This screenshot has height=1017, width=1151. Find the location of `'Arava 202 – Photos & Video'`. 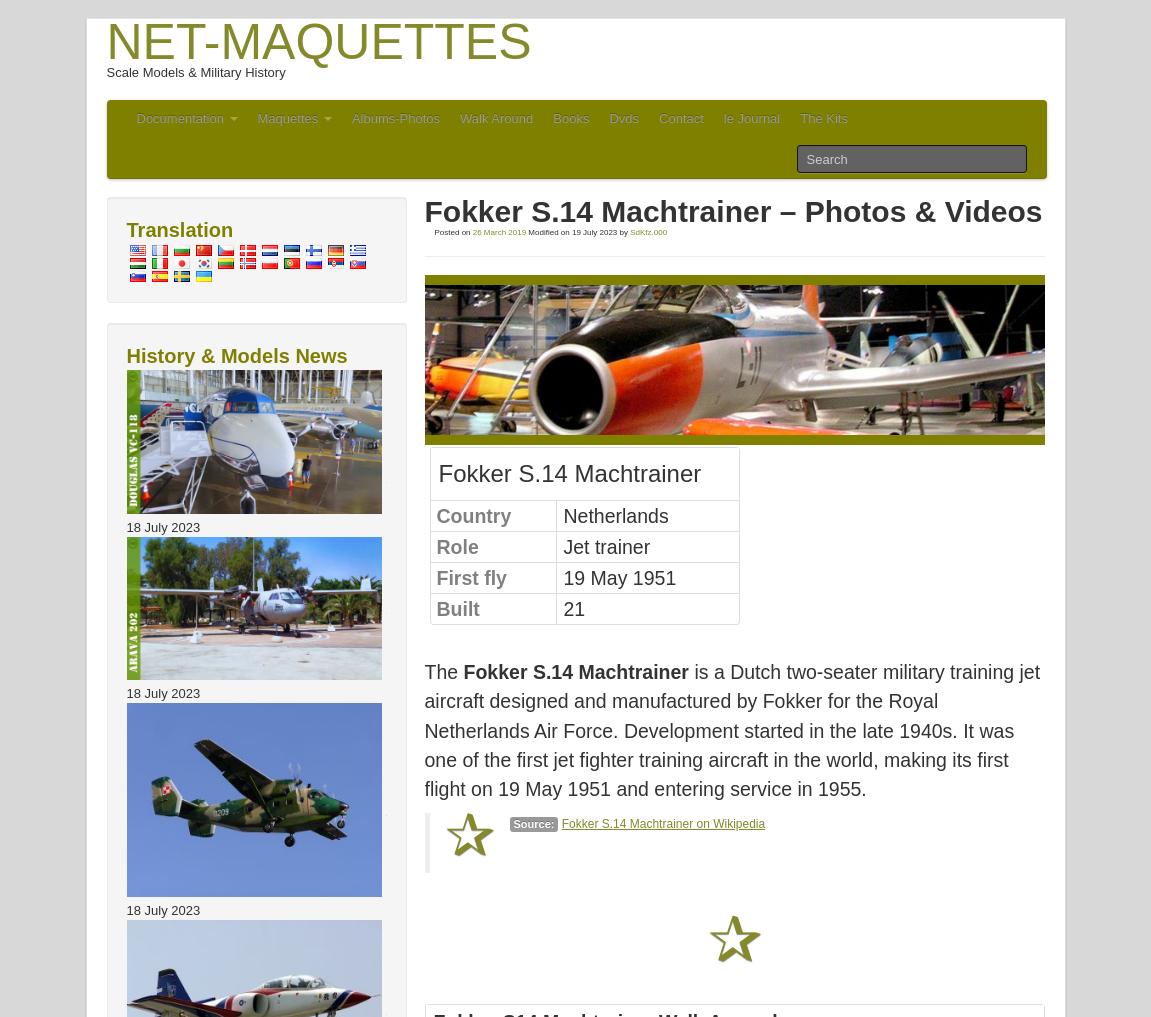

'Arava 202 – Photos & Video' is located at coordinates (404, 580).